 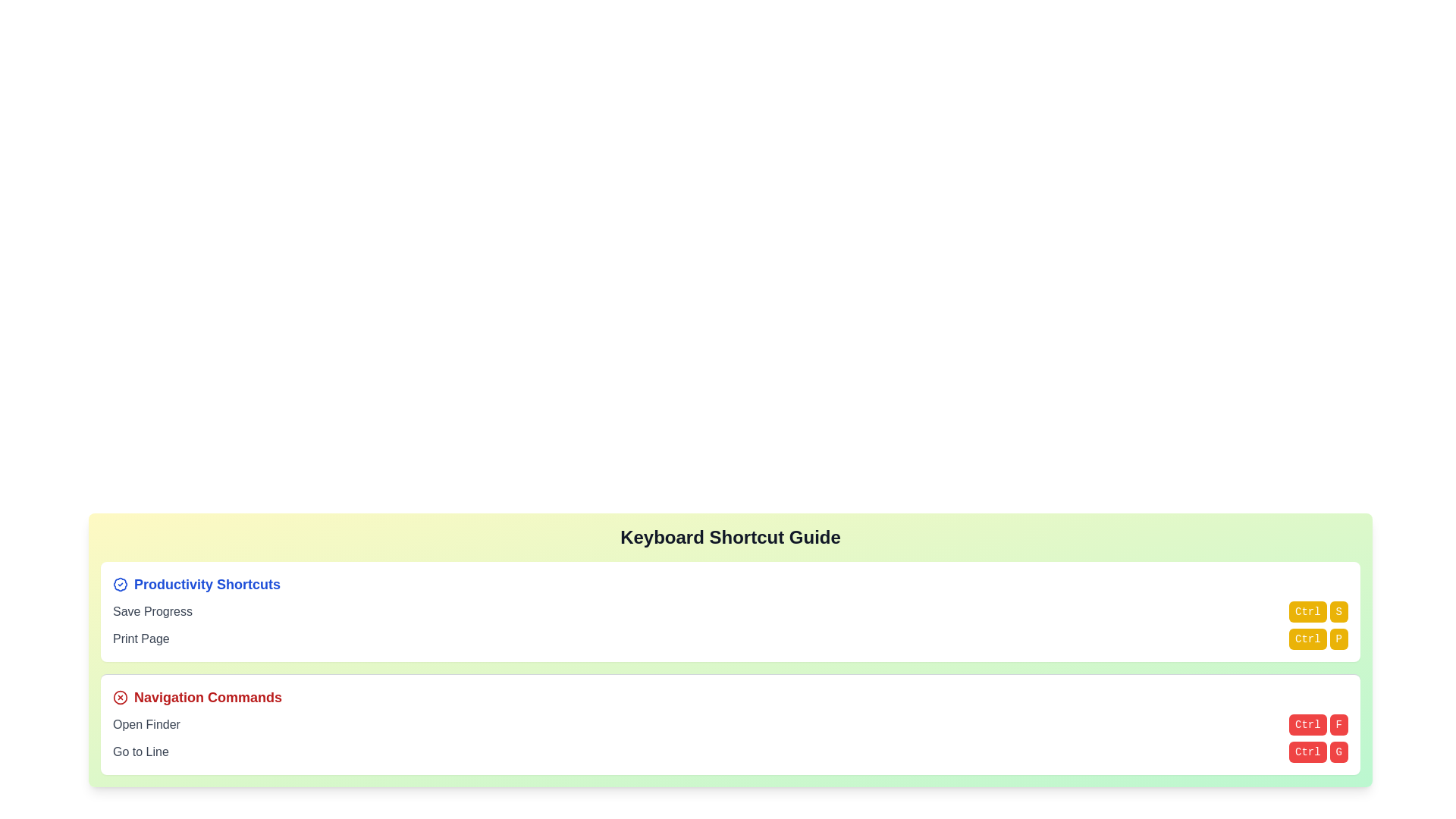 I want to click on the 'Open Finder' text label located in the 'Navigation Commands' section, positioned to the left of the shortcut instructions (Ctrl and F keys), so click(x=146, y=724).